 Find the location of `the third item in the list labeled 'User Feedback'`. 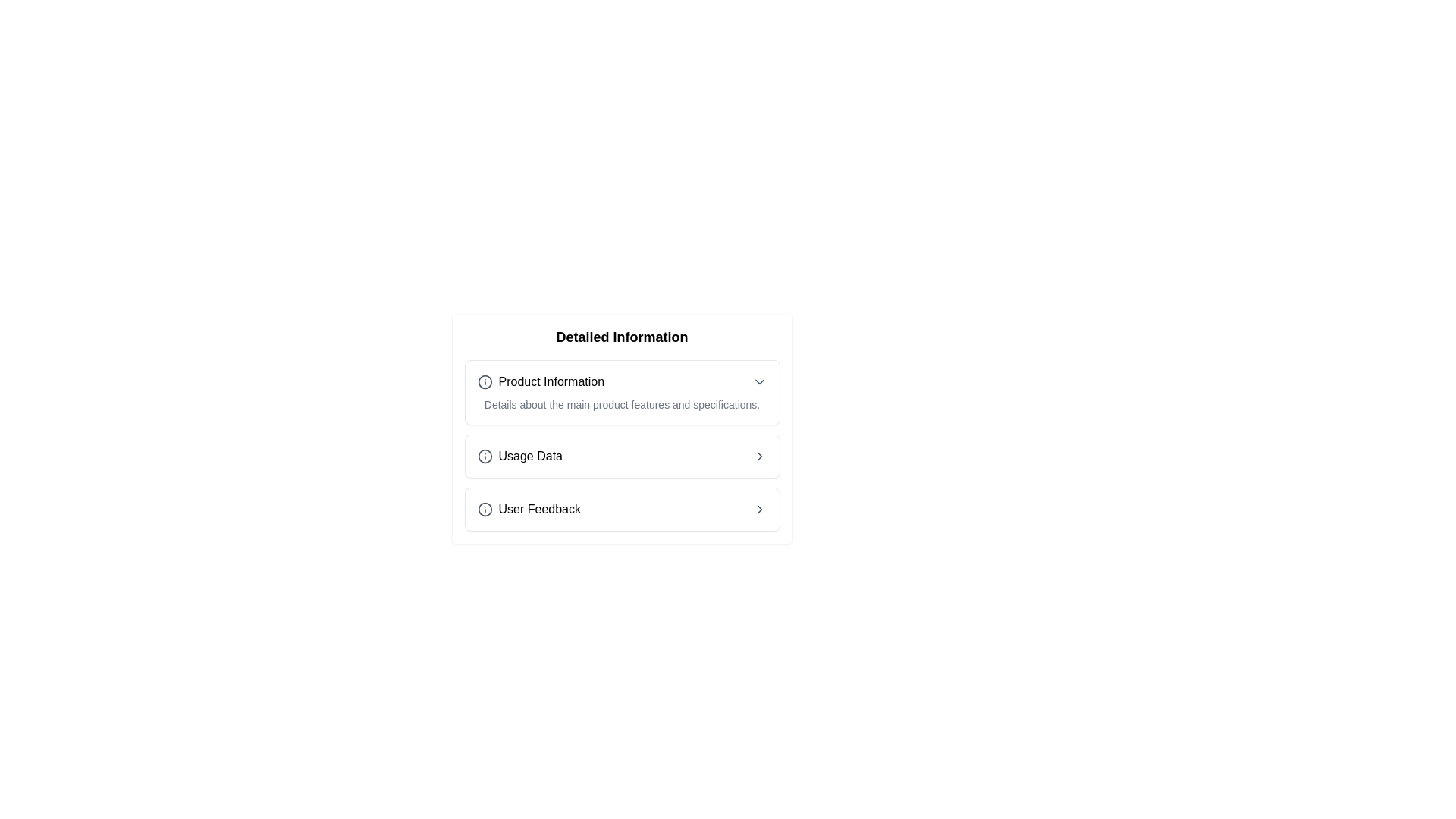

the third item in the list labeled 'User Feedback' is located at coordinates (622, 509).